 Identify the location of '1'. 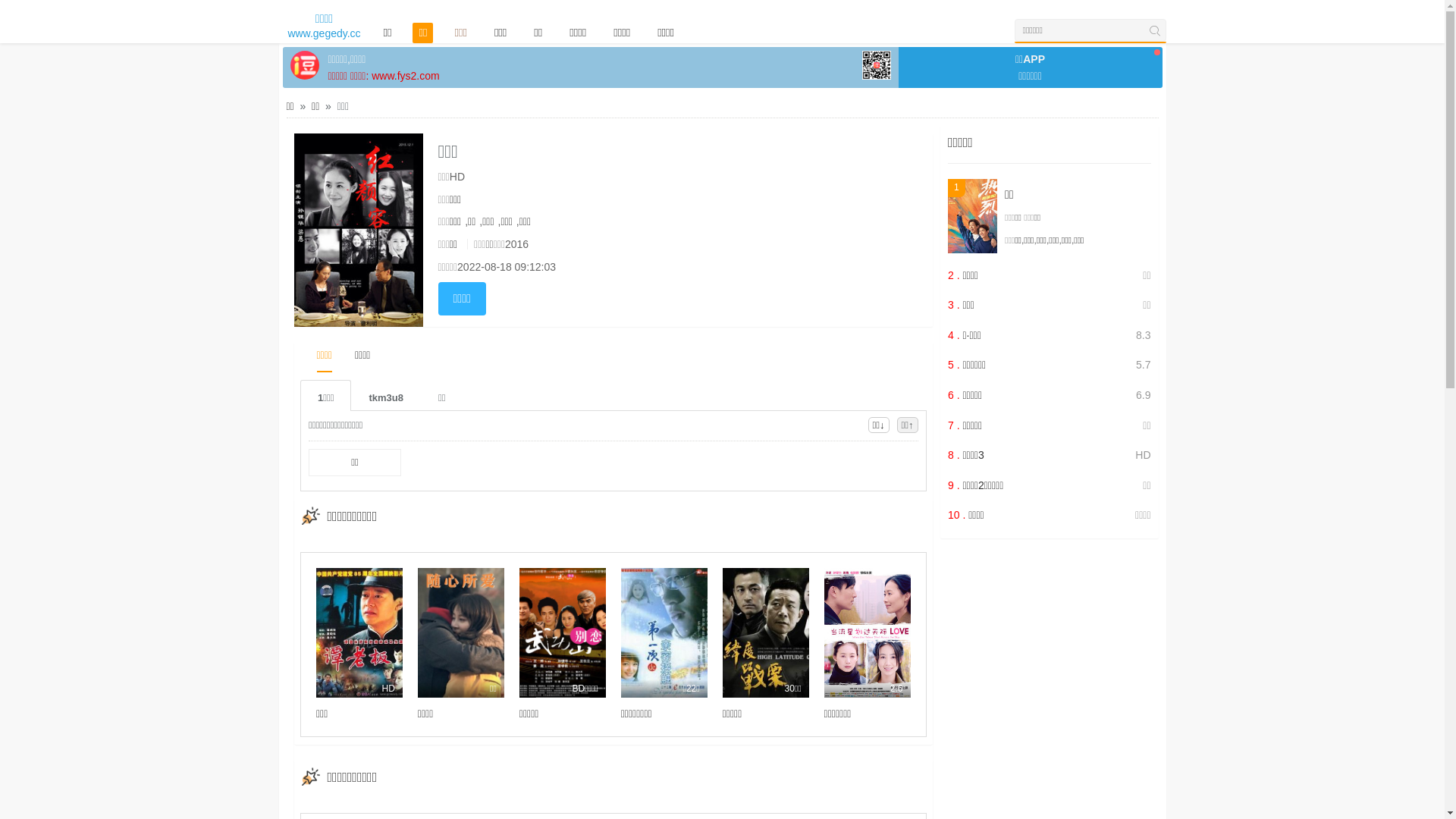
(972, 216).